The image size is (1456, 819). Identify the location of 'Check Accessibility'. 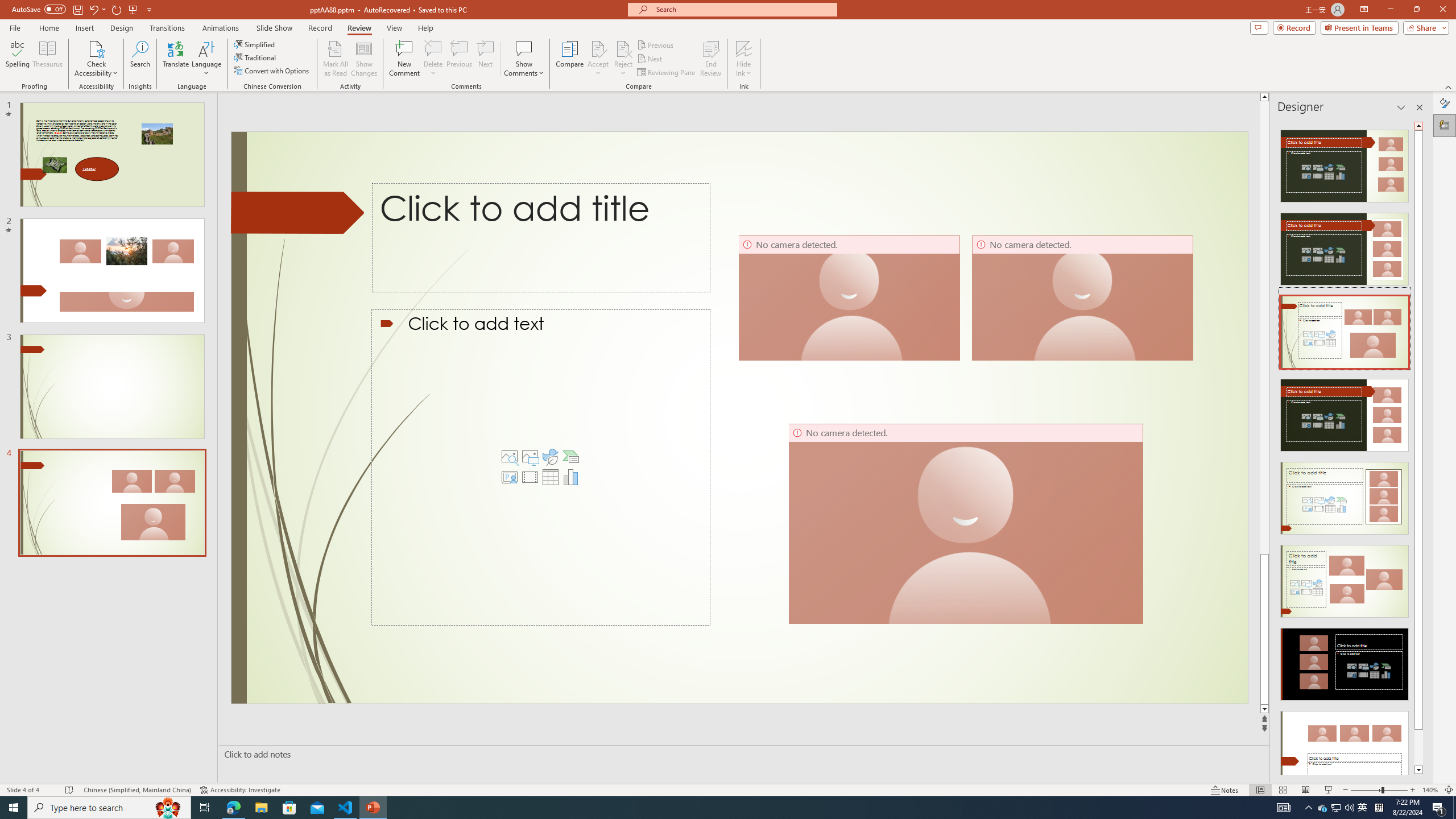
(95, 48).